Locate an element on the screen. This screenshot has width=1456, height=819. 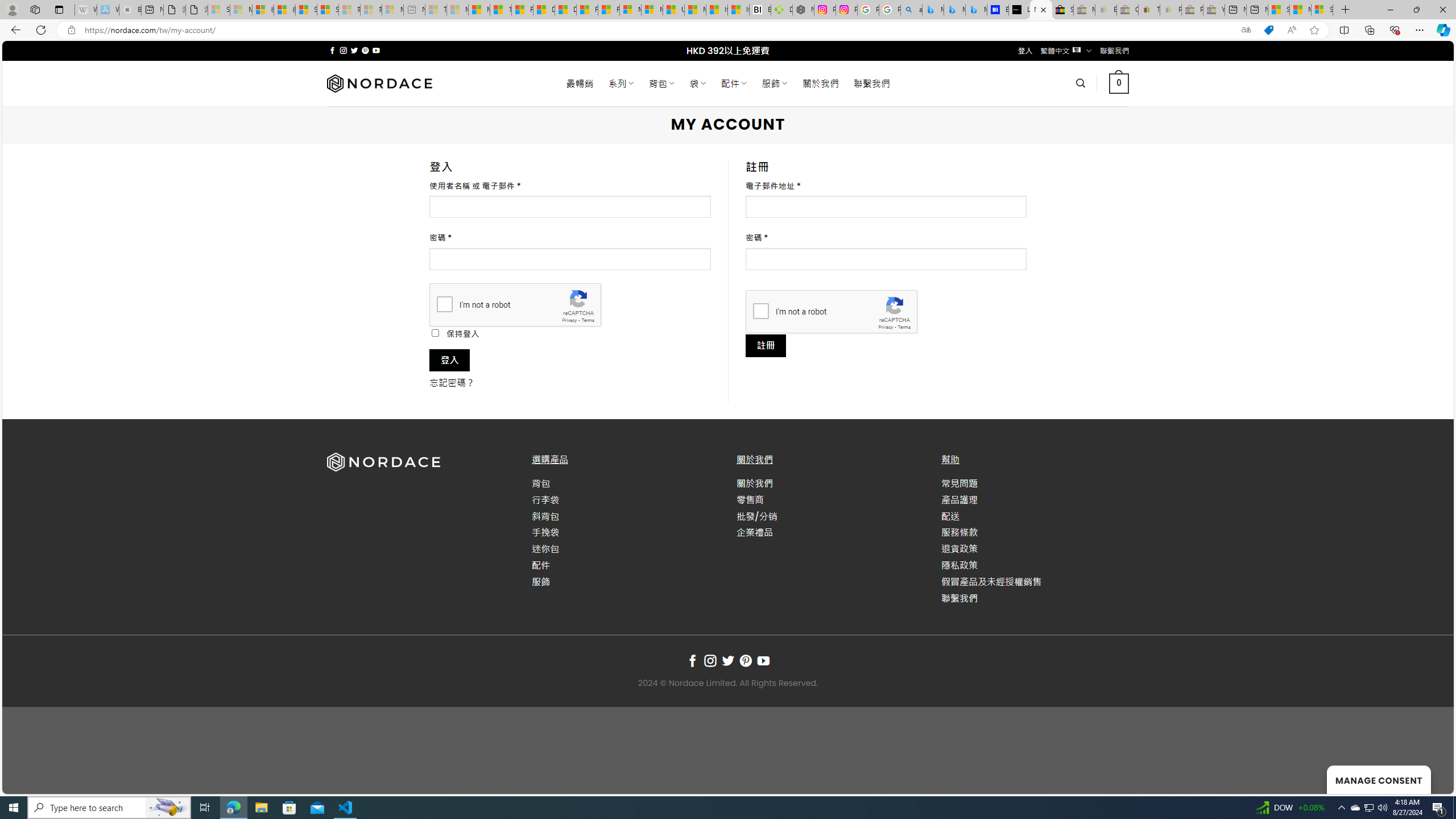
'Follow on Facebook' is located at coordinates (692, 660).